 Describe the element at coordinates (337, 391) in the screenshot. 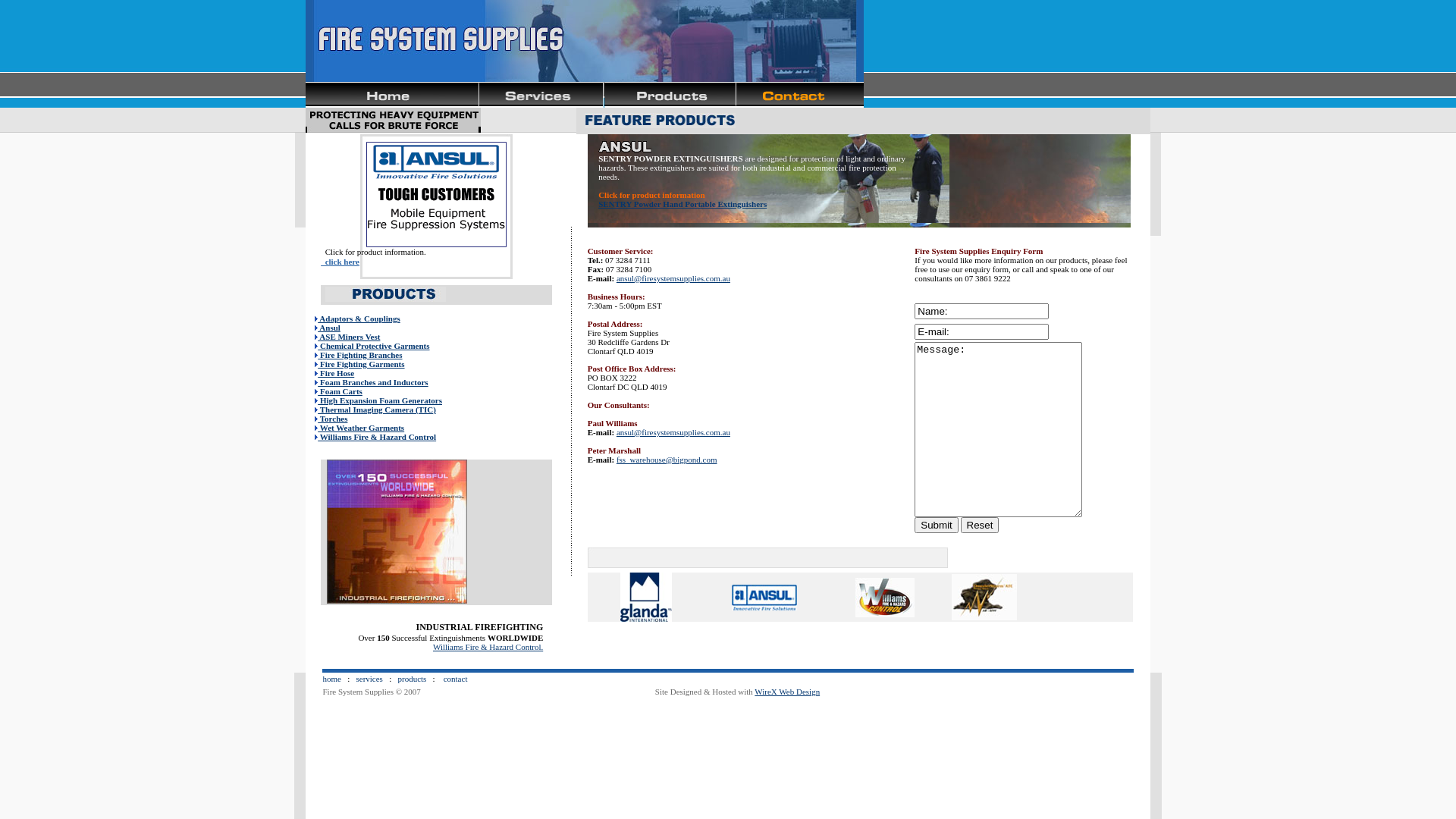

I see `' Foam Carts'` at that location.